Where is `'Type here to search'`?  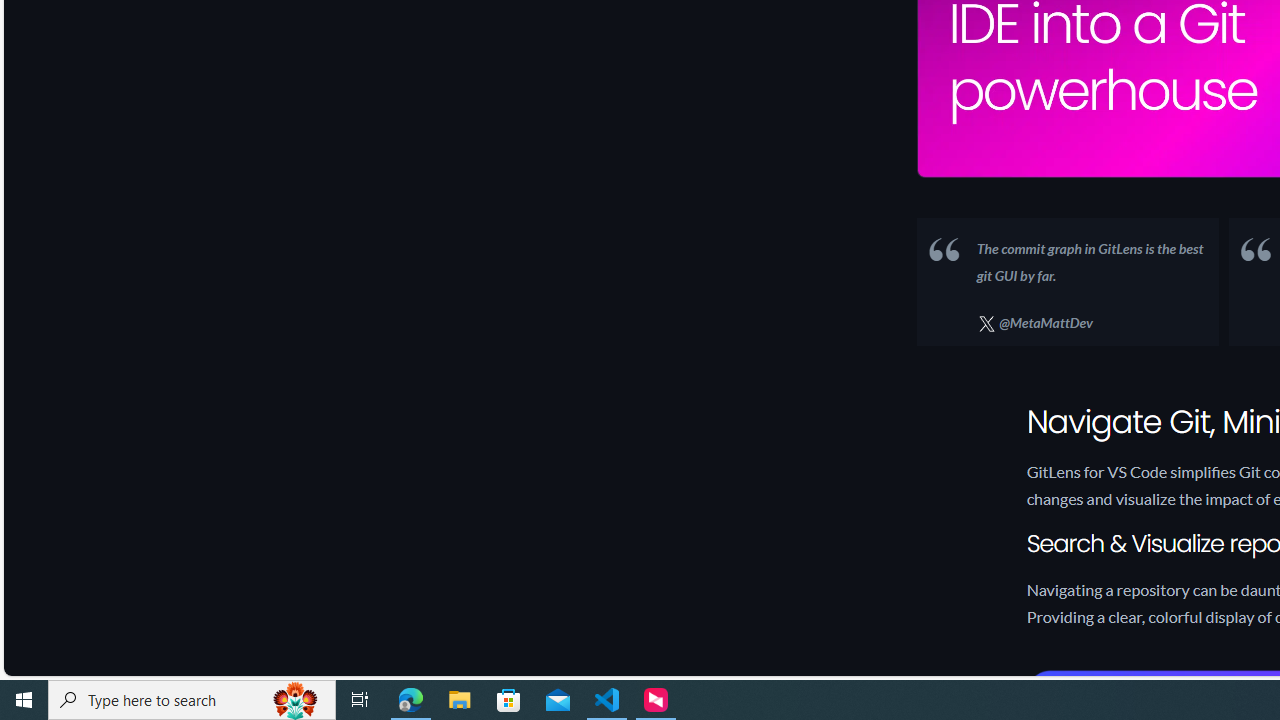 'Type here to search' is located at coordinates (192, 698).